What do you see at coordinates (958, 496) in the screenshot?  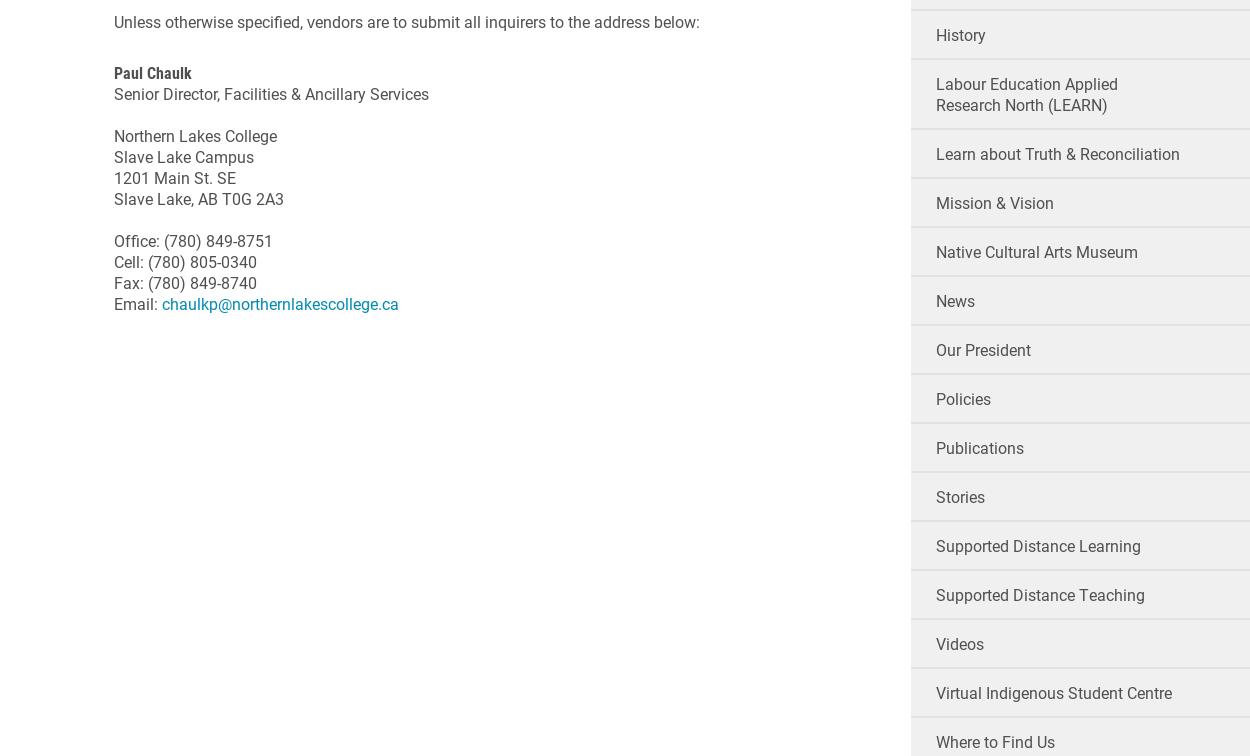 I see `'Stories'` at bounding box center [958, 496].